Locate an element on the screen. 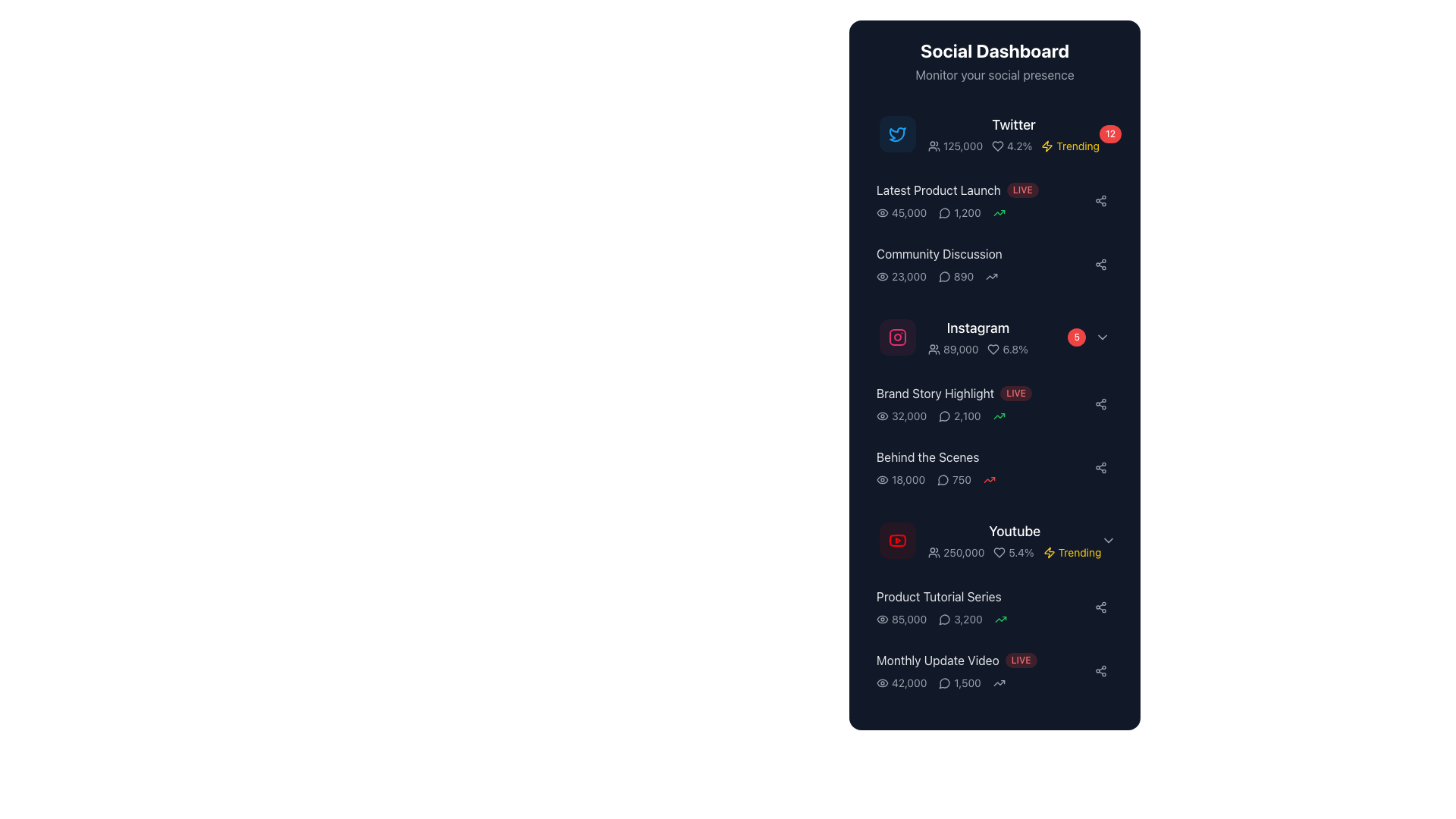 This screenshot has width=1456, height=819. the Text Label displaying the numerical value indicating the count of views in the 'Behind the Scenes' section, located between an eye icon and another numeric label showing '750' is located at coordinates (901, 479).